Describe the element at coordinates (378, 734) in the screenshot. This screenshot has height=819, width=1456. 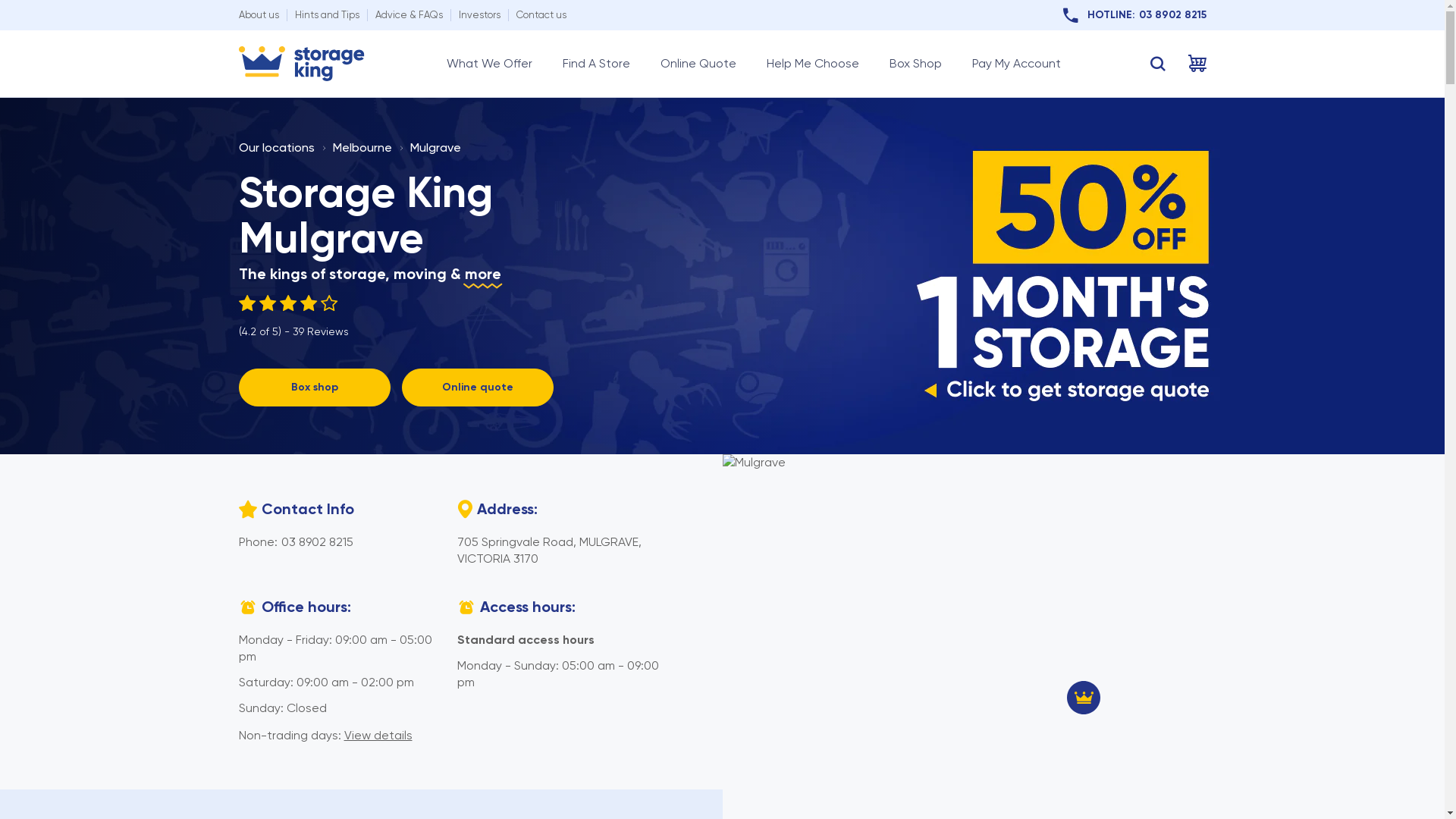
I see `'View details'` at that location.